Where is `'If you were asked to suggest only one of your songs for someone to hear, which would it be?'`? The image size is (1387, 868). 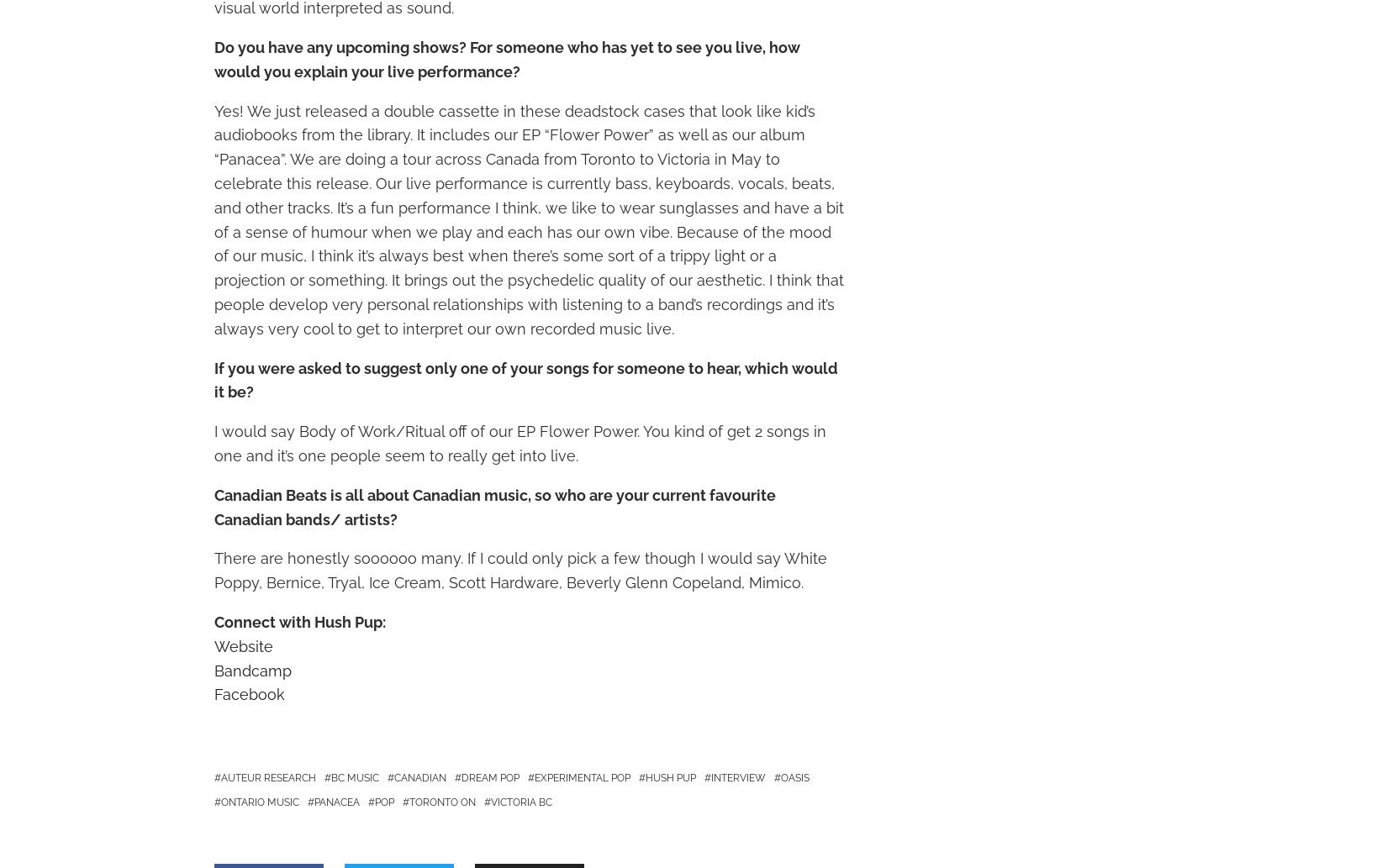
'If you were asked to suggest only one of your songs for someone to hear, which would it be?' is located at coordinates (214, 380).